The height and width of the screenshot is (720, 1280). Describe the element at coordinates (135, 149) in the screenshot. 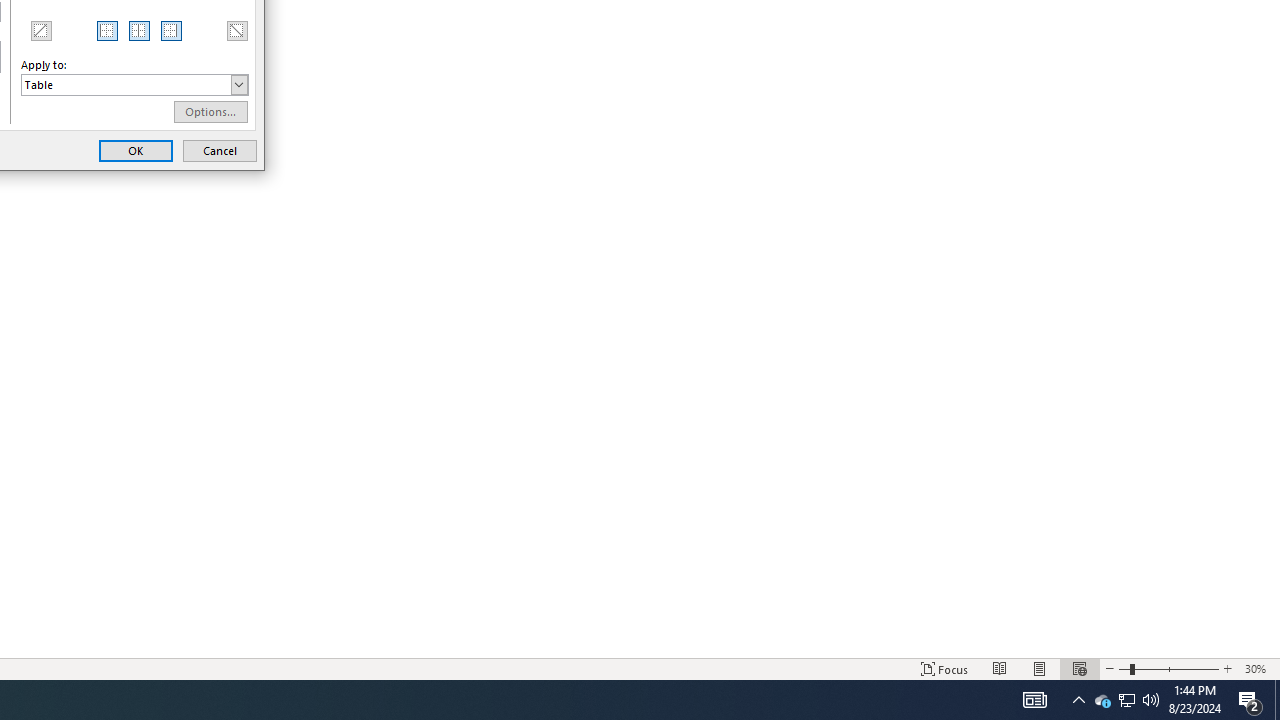

I see `'OK'` at that location.